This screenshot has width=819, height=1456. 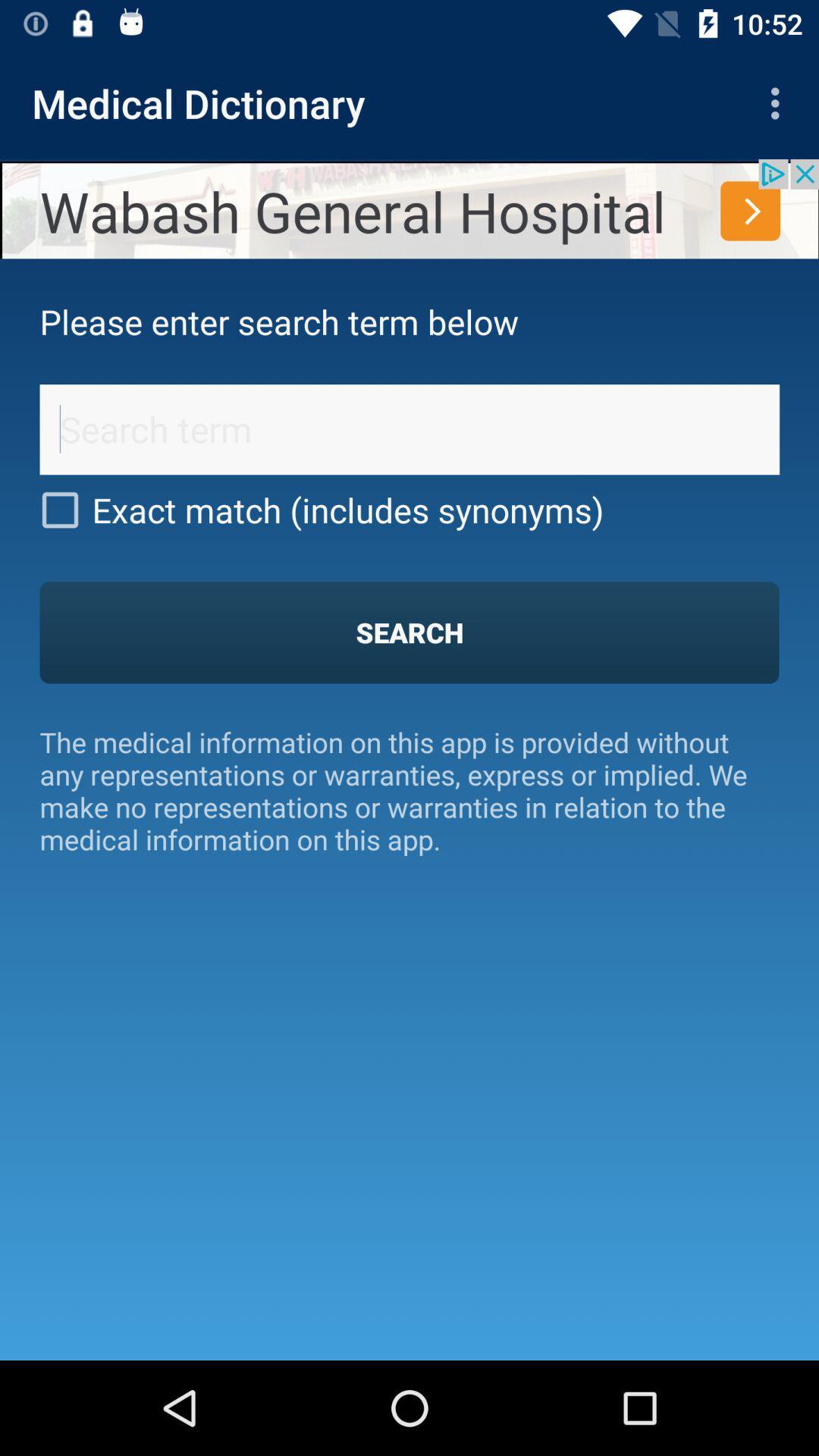 What do you see at coordinates (409, 208) in the screenshot?
I see `click advertisement` at bounding box center [409, 208].